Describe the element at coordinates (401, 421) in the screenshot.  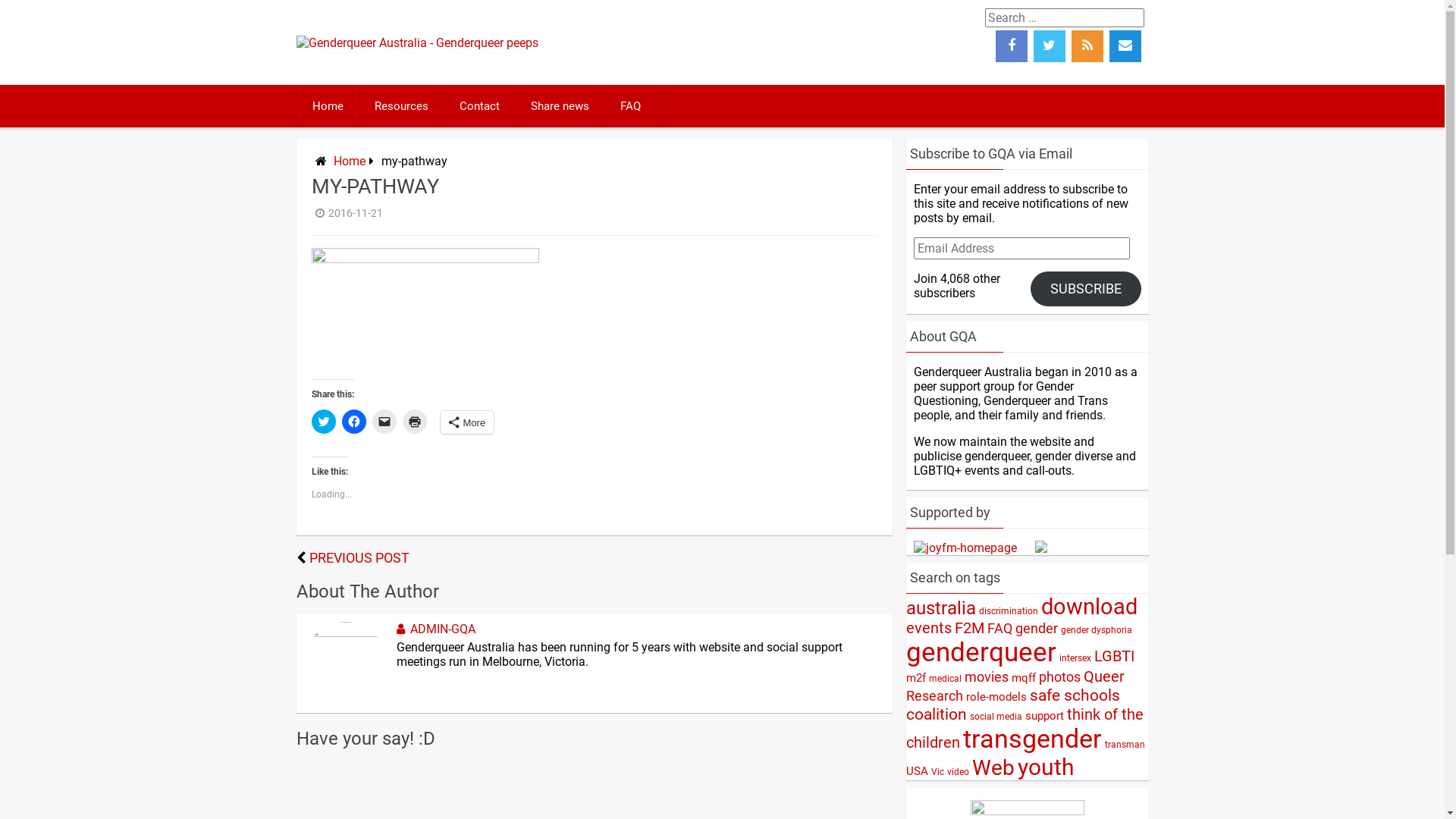
I see `'Click to print (Opens in new window)'` at that location.